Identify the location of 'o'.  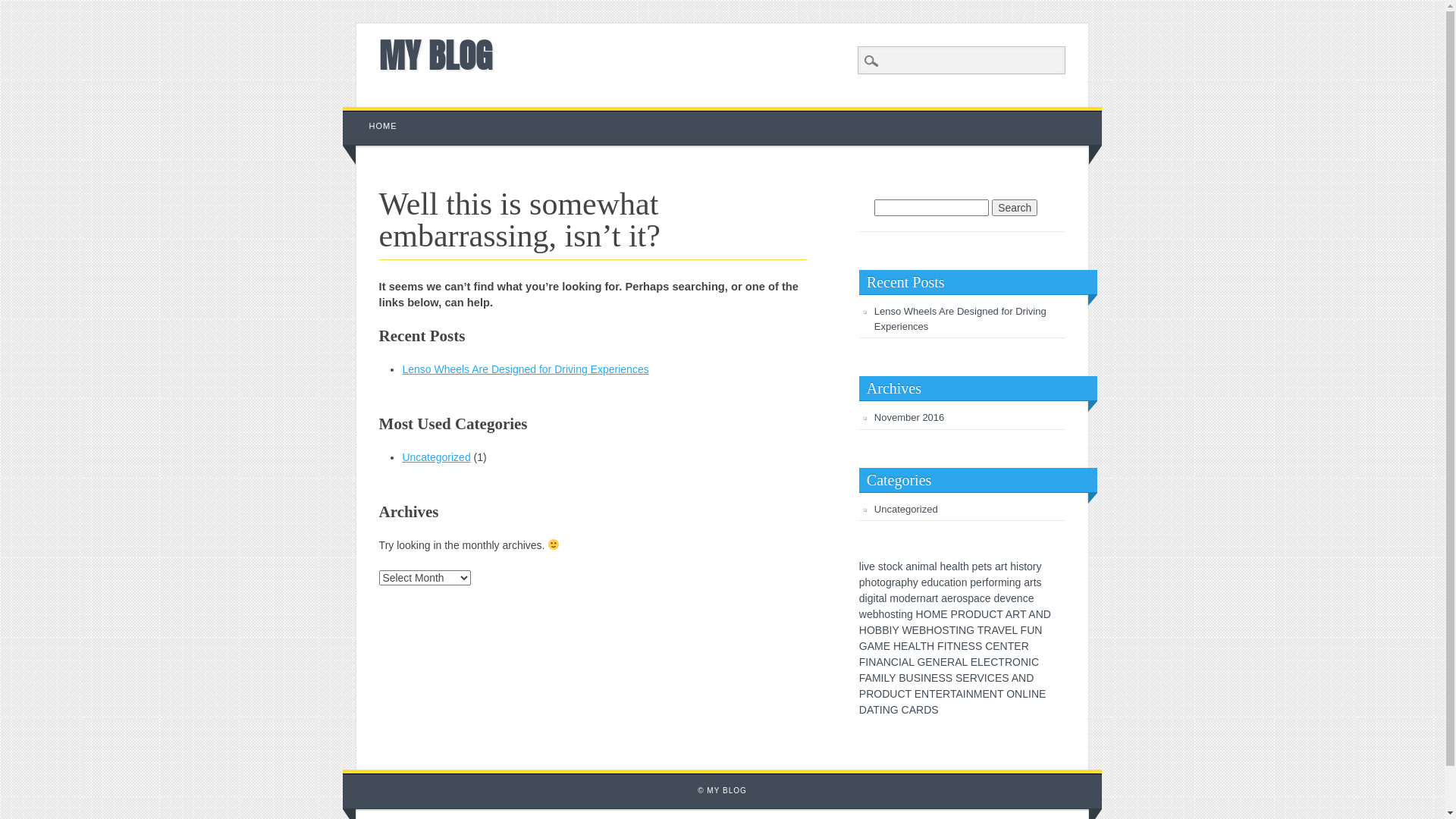
(1030, 566).